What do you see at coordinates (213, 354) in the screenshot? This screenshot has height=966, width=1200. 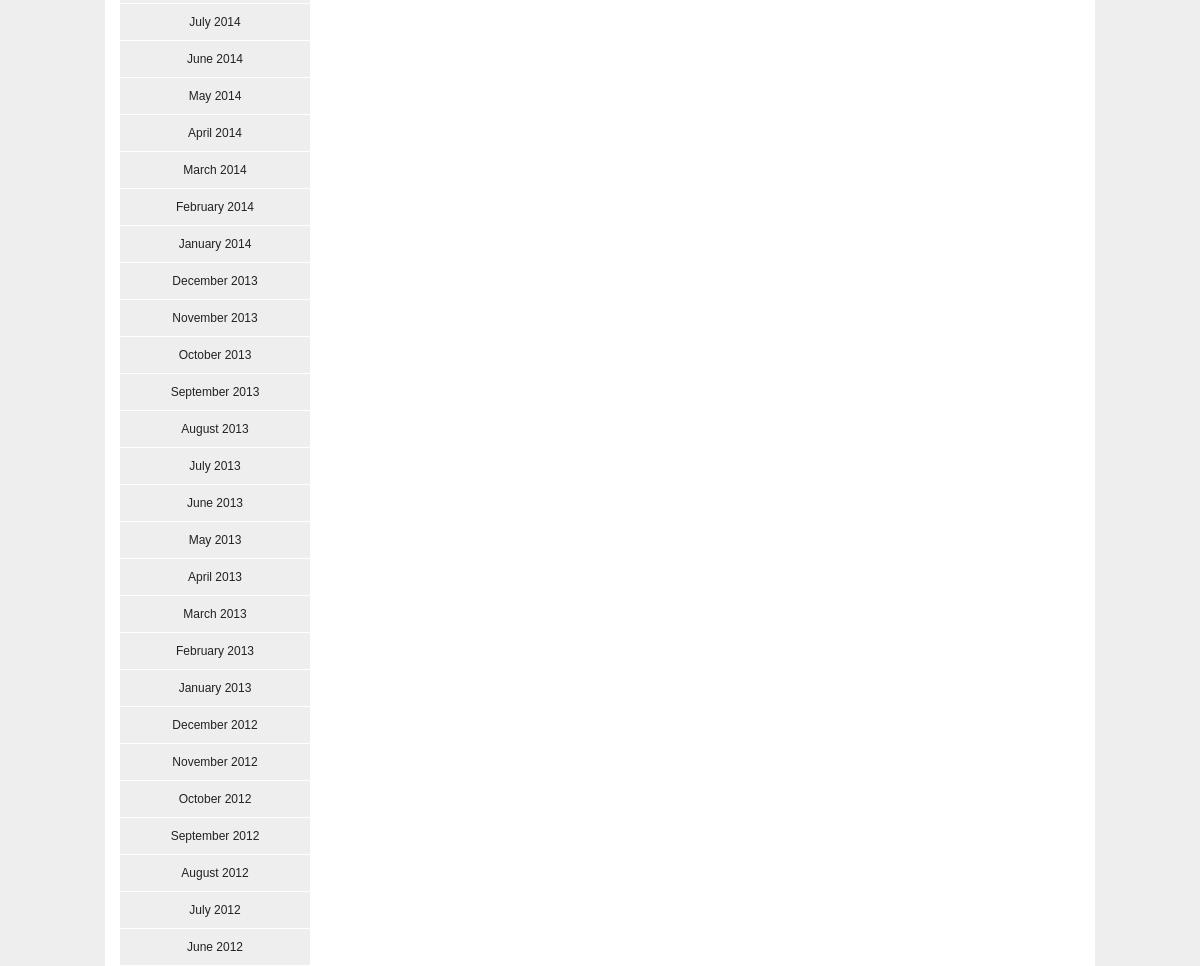 I see `'October 2013'` at bounding box center [213, 354].